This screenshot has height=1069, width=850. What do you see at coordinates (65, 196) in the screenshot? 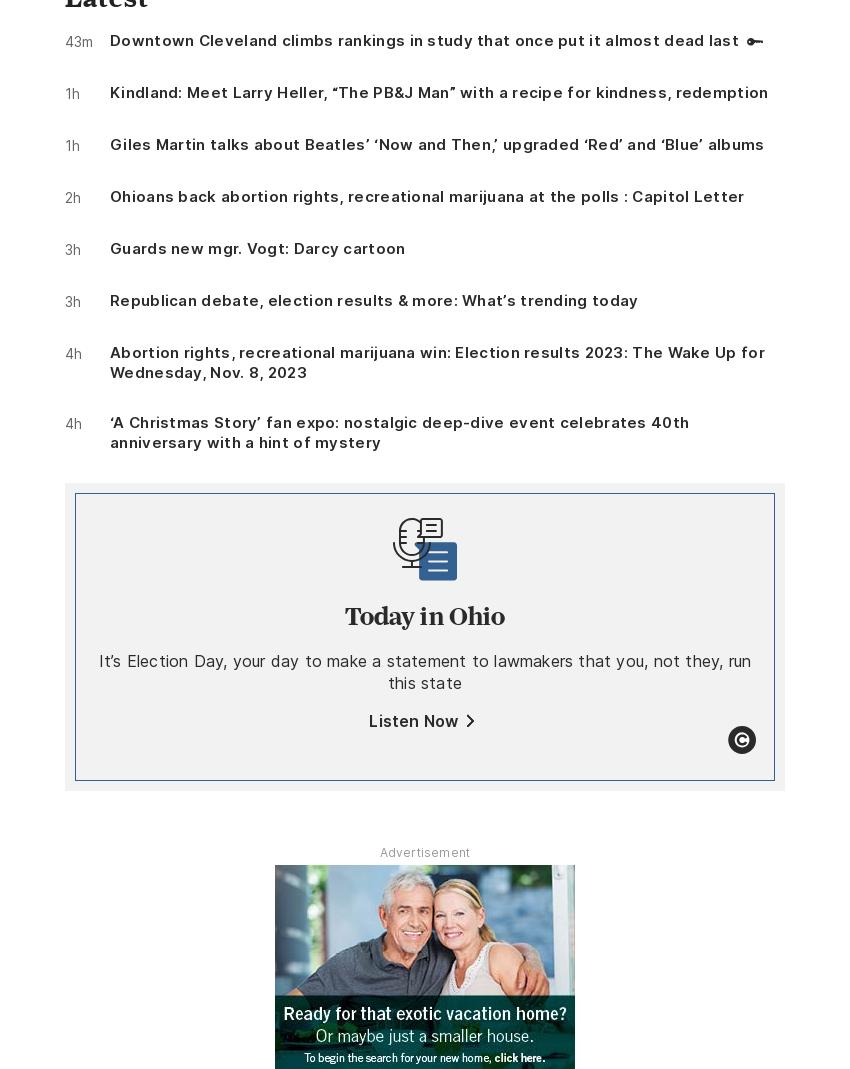
I see `'2h'` at bounding box center [65, 196].